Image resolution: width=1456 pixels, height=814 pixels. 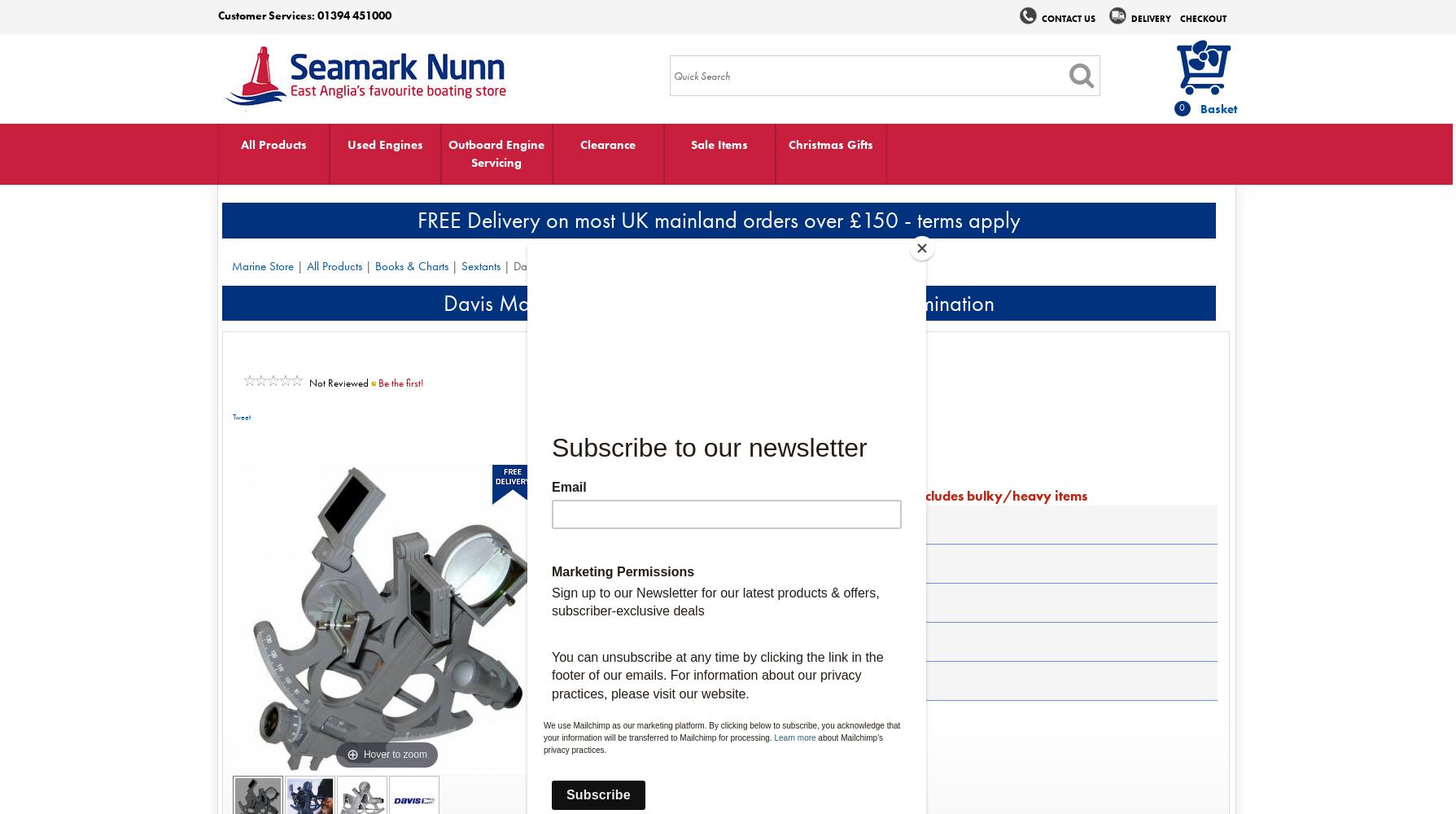 I want to click on 'Ref: CU83025', so click(x=589, y=475).